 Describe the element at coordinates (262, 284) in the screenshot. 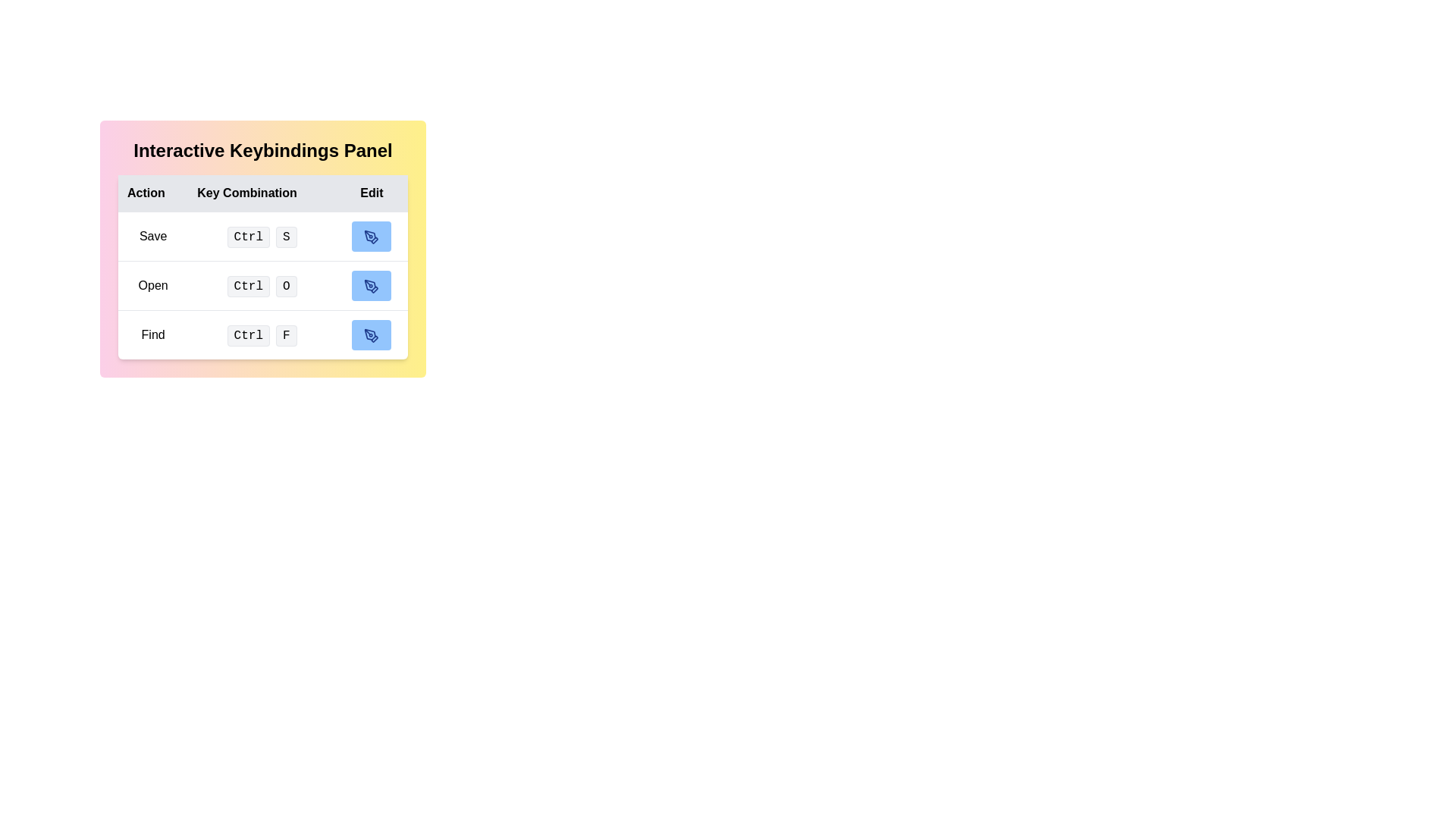

I see `the 'Ctrl' and 'O' buttons in the Key Combination section of the Interactive Keybindings Panel` at that location.